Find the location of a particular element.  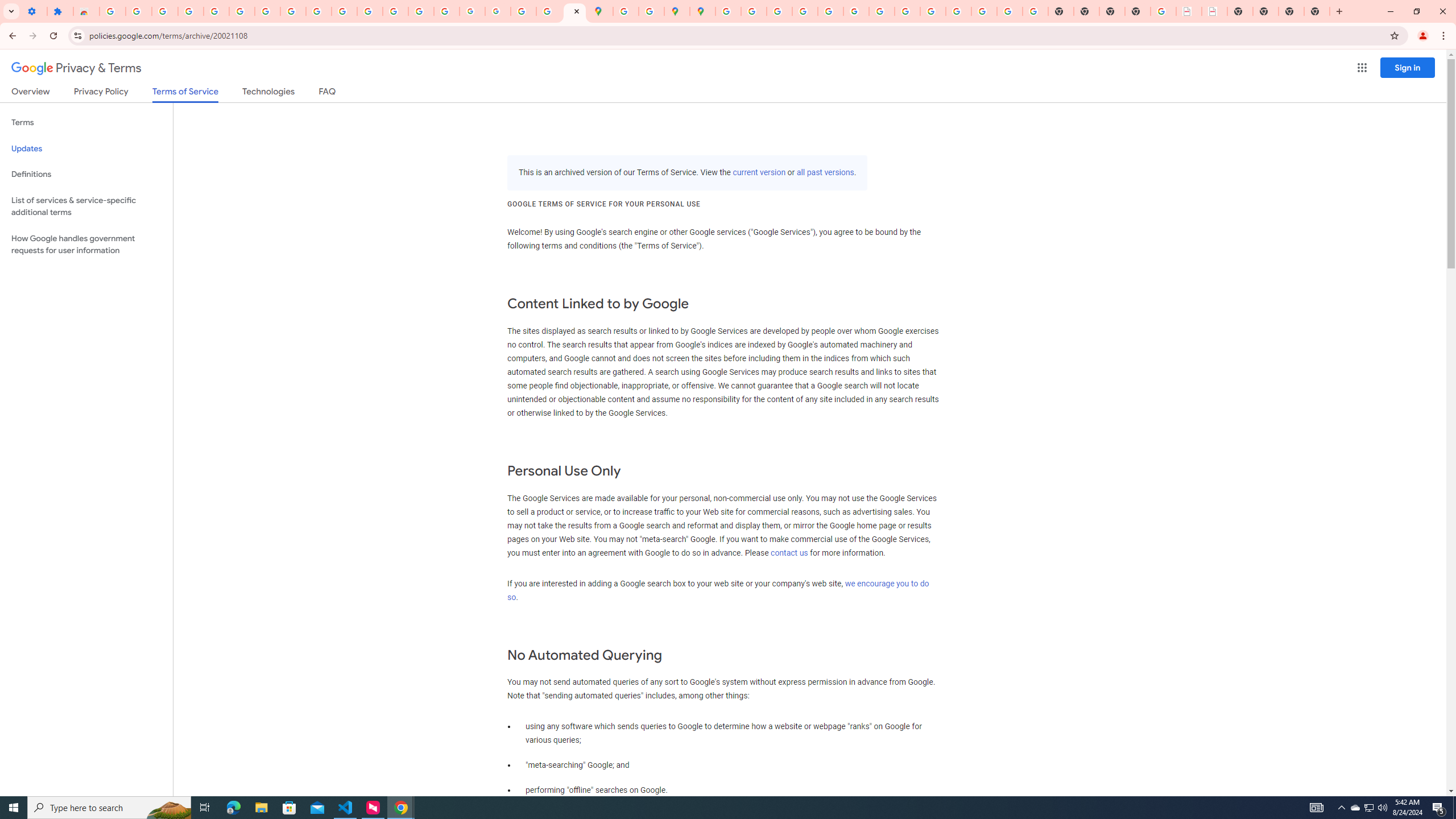

'Learn how to find your photos - Google Photos Help' is located at coordinates (190, 11).